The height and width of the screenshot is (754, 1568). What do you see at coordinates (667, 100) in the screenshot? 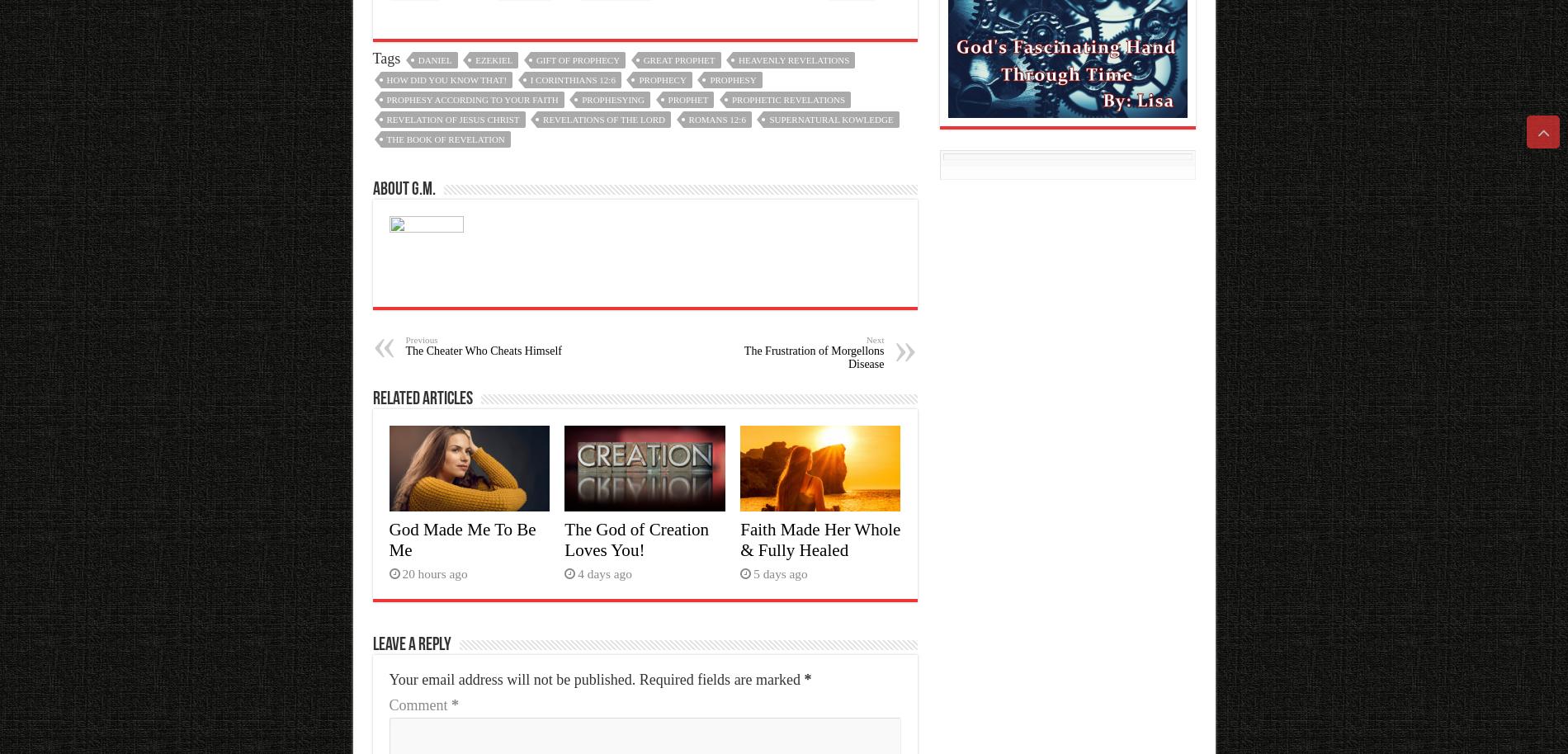
I see `'prophet'` at bounding box center [667, 100].